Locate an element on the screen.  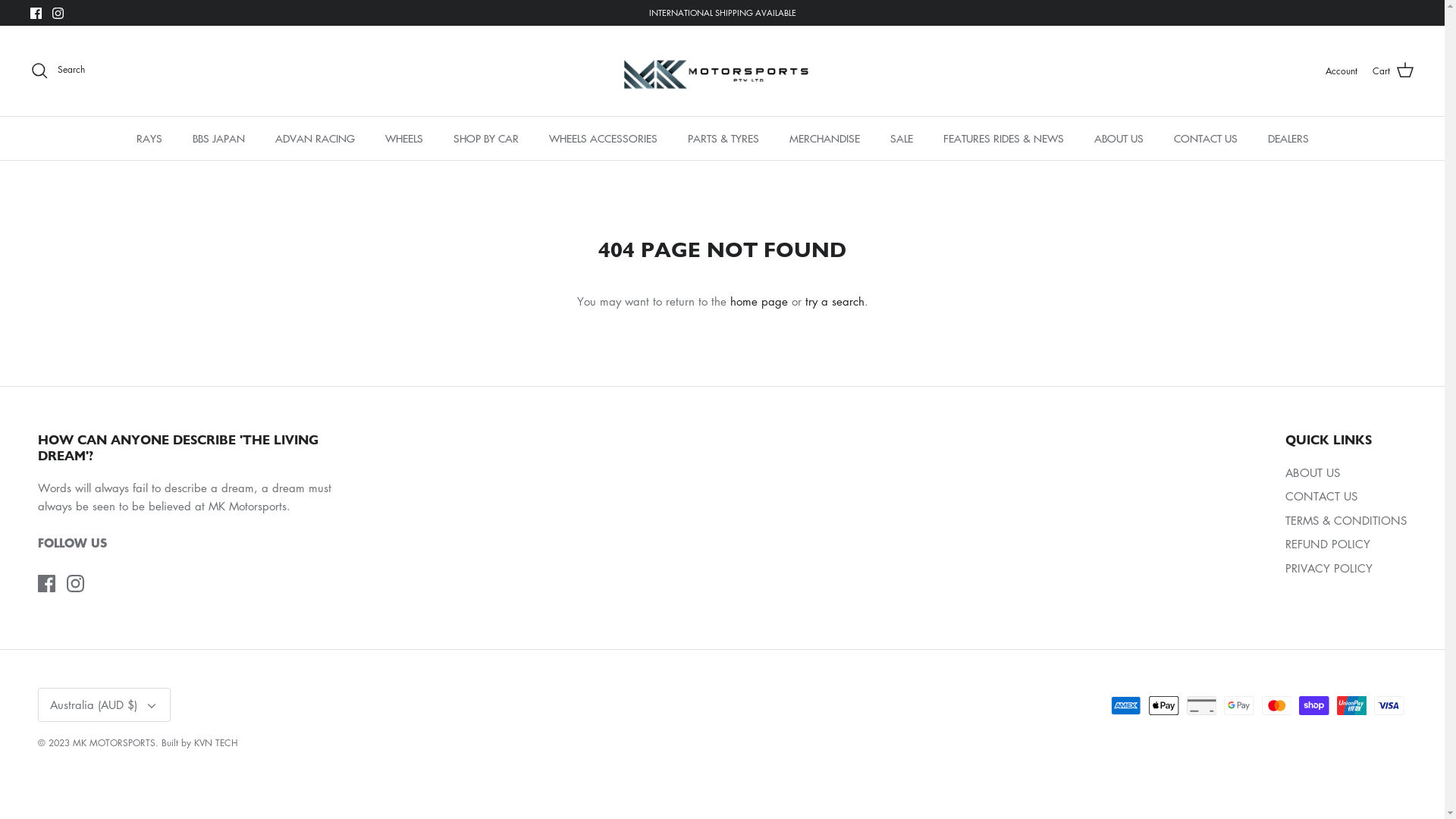
'Search' is located at coordinates (58, 70).